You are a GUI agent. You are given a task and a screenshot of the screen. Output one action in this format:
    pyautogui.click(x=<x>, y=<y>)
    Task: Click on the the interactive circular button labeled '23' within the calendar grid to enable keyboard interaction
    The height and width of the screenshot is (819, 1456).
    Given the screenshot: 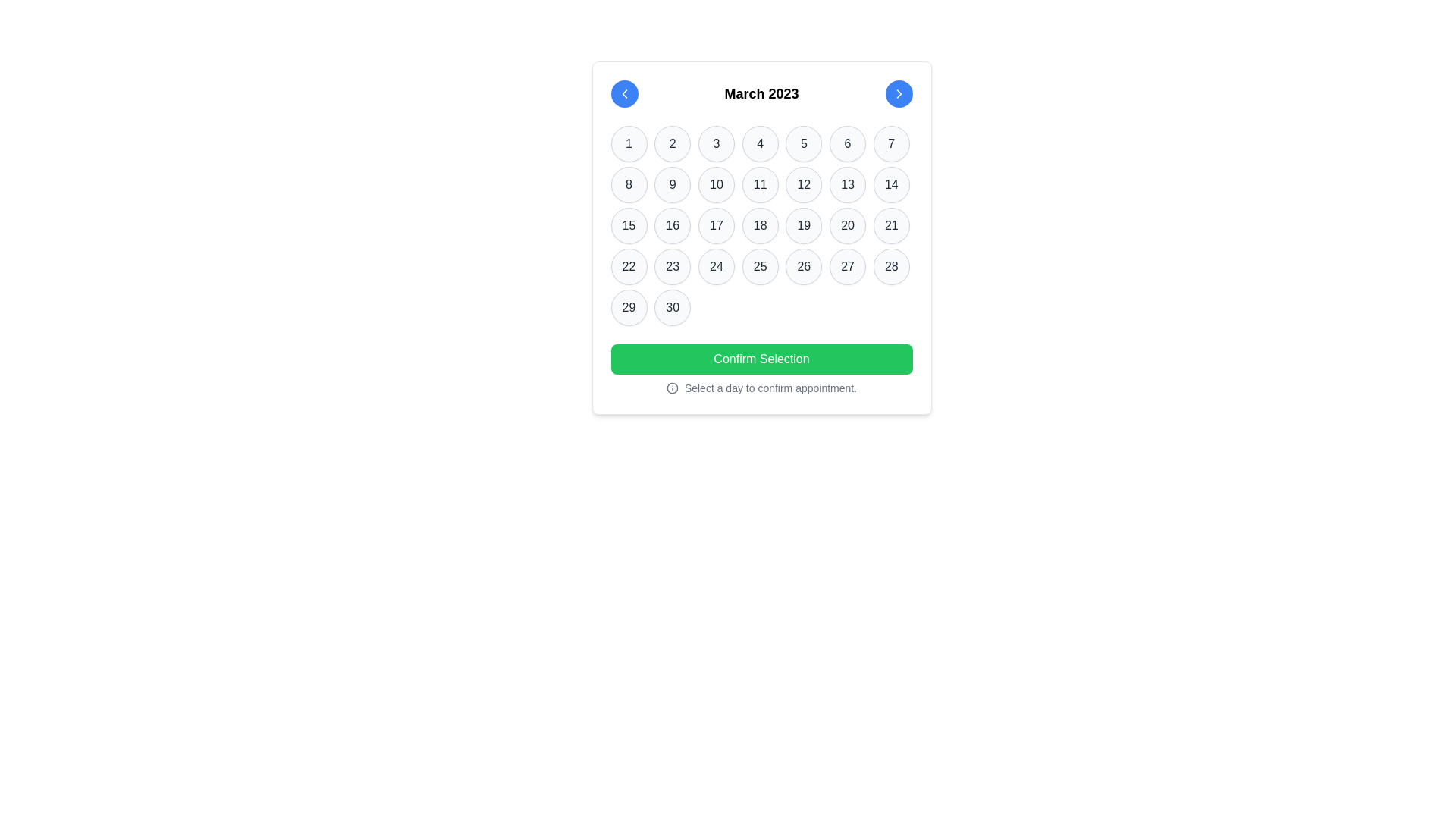 What is the action you would take?
    pyautogui.click(x=672, y=265)
    